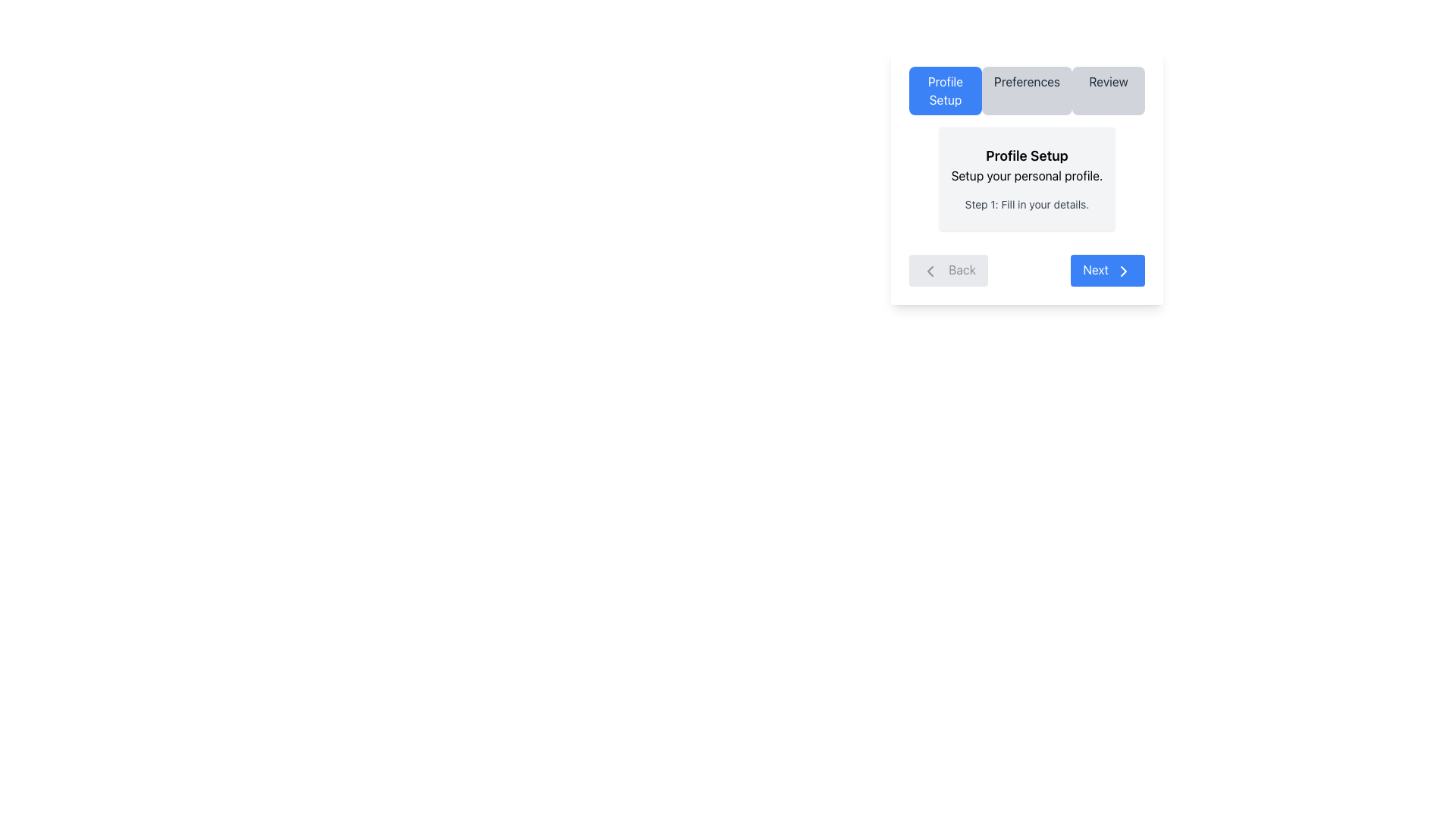 The width and height of the screenshot is (1456, 819). What do you see at coordinates (1124, 270) in the screenshot?
I see `the right-pointing arrow icon within the 'Next' button located in the bottom right corner of the interface` at bounding box center [1124, 270].